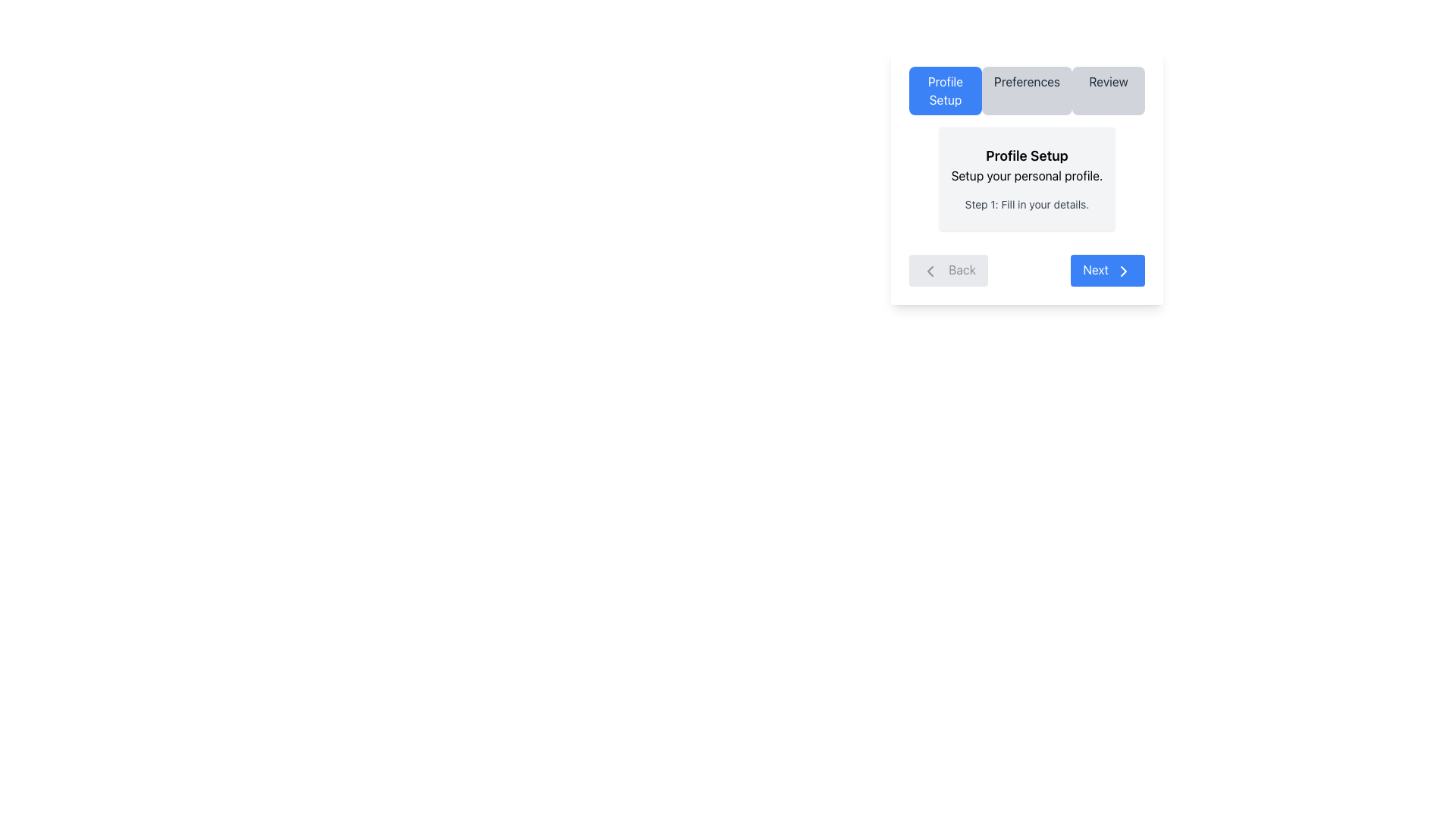 The width and height of the screenshot is (1456, 819). What do you see at coordinates (1124, 270) in the screenshot?
I see `the right-pointing arrow icon within the 'Next' button located in the bottom right corner of the interface` at bounding box center [1124, 270].